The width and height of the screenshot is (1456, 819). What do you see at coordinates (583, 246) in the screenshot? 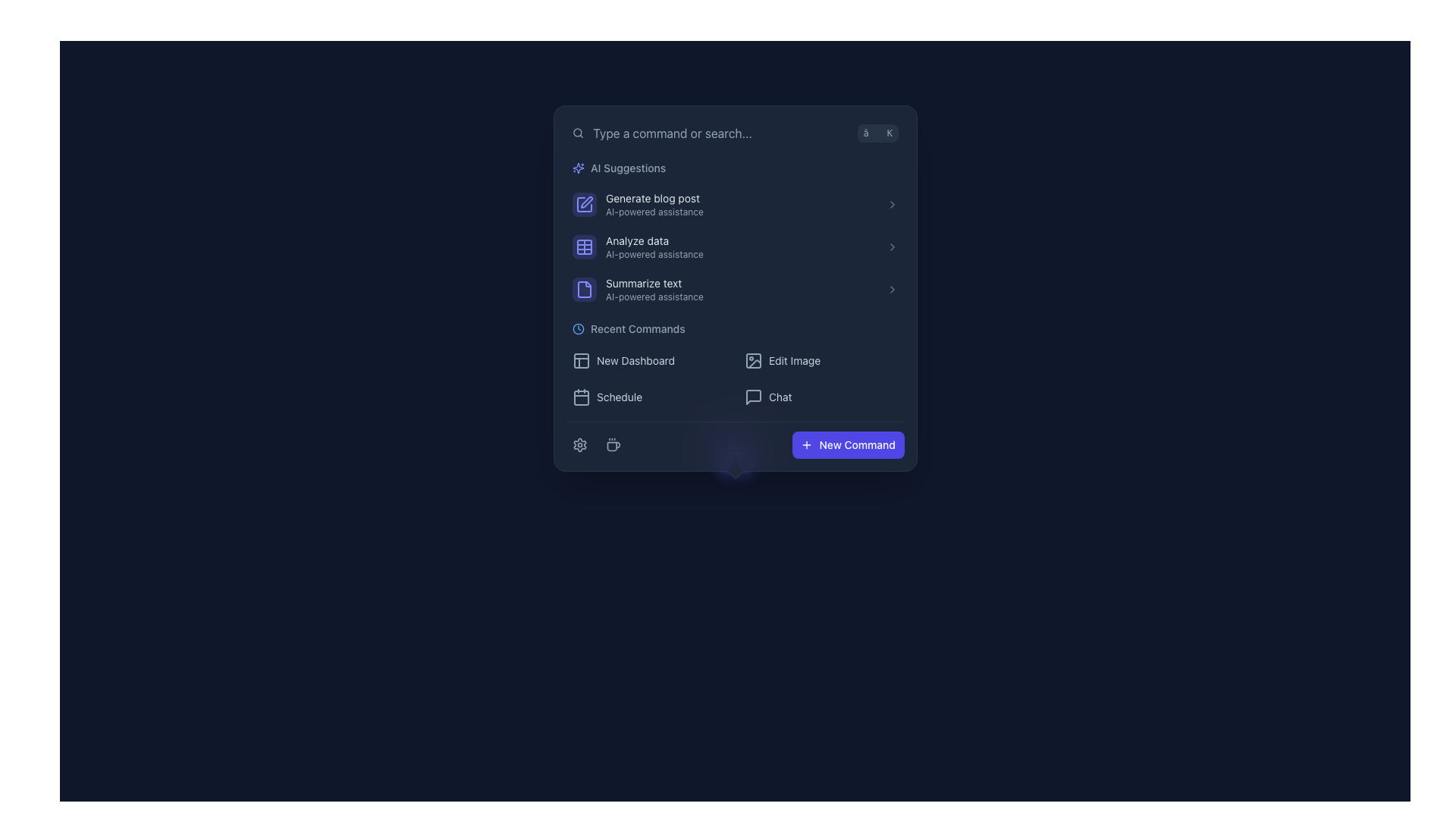
I see `the Icon placeholder or decorative rectangle located in the top-left corner of the grid layout, which is below the horizontal divider line and to the left of the center vertical line` at bounding box center [583, 246].